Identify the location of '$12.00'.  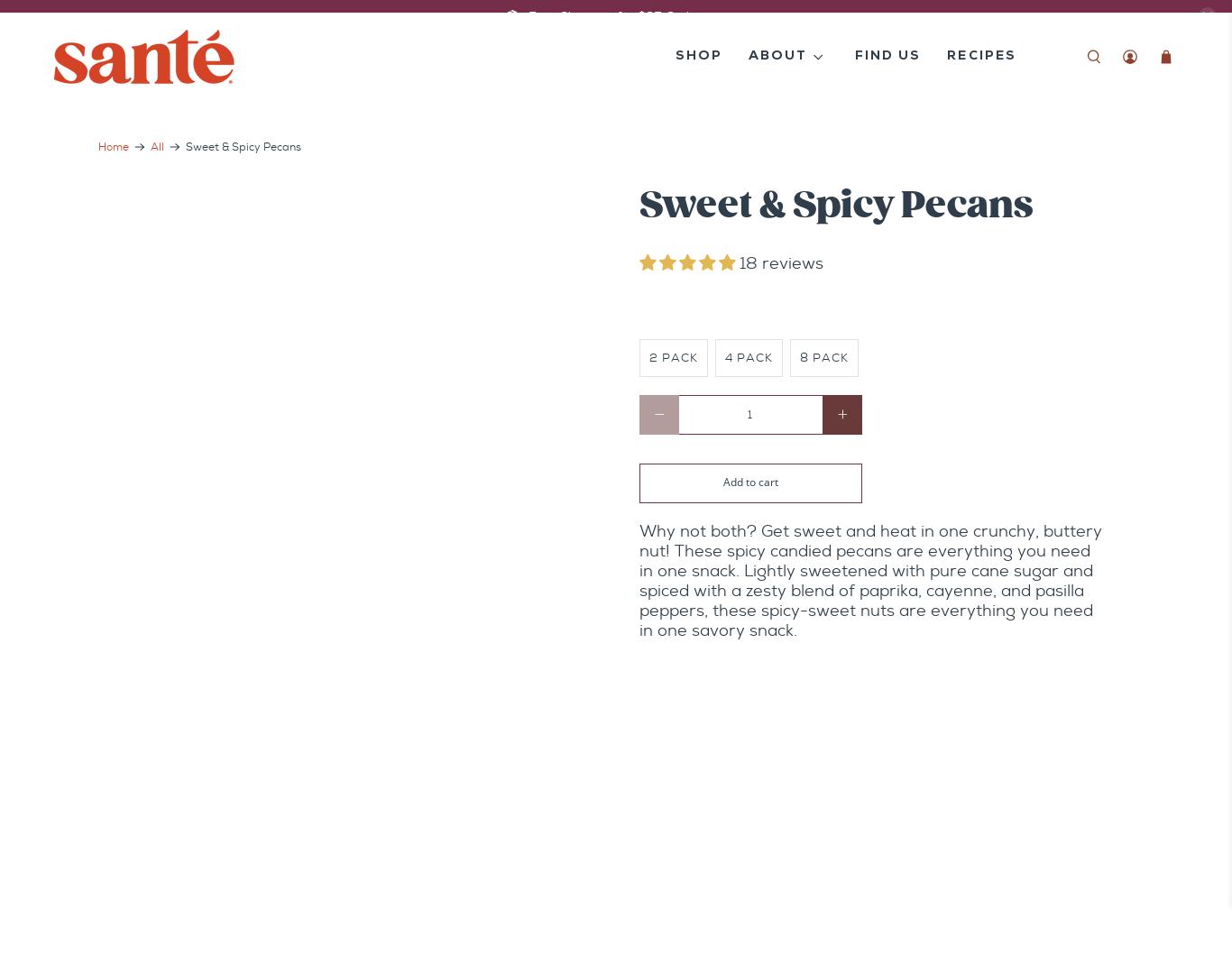
(669, 304).